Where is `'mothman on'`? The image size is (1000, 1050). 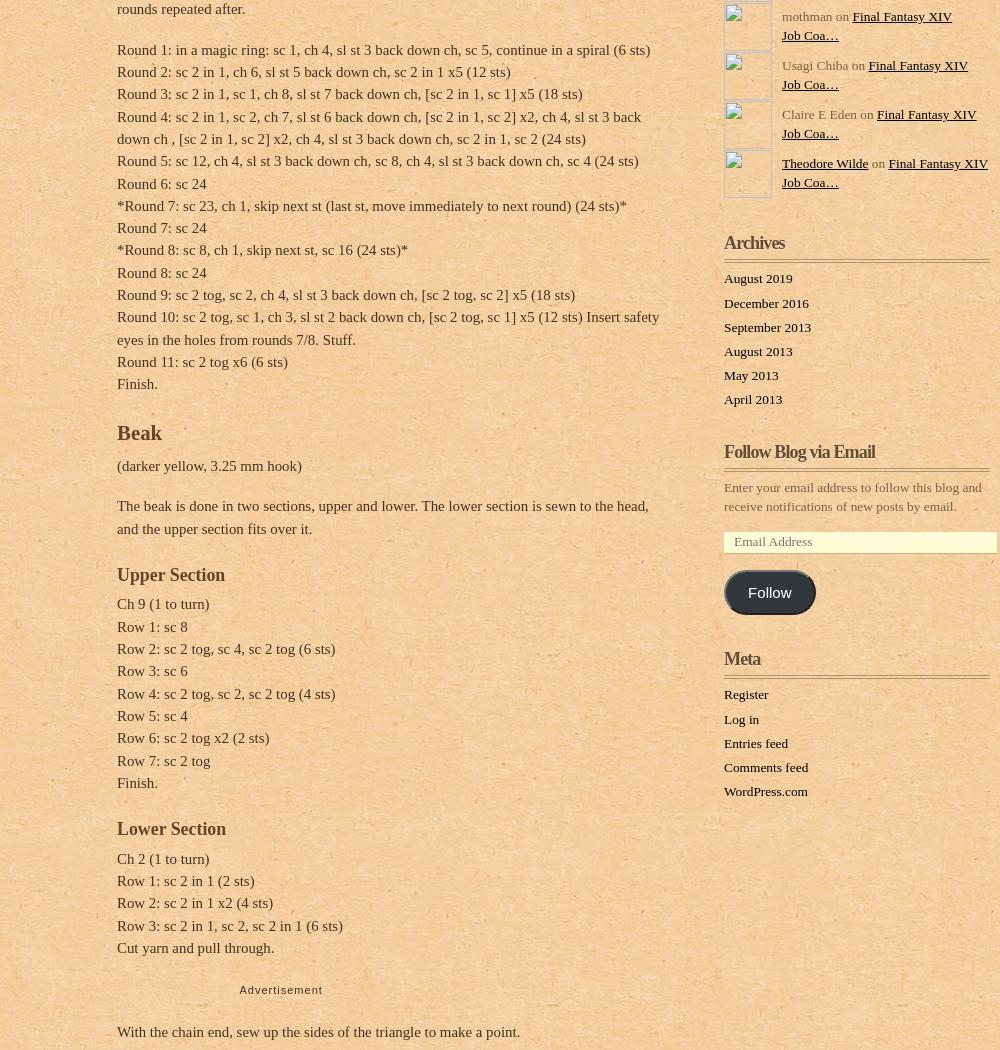 'mothman on' is located at coordinates (816, 16).